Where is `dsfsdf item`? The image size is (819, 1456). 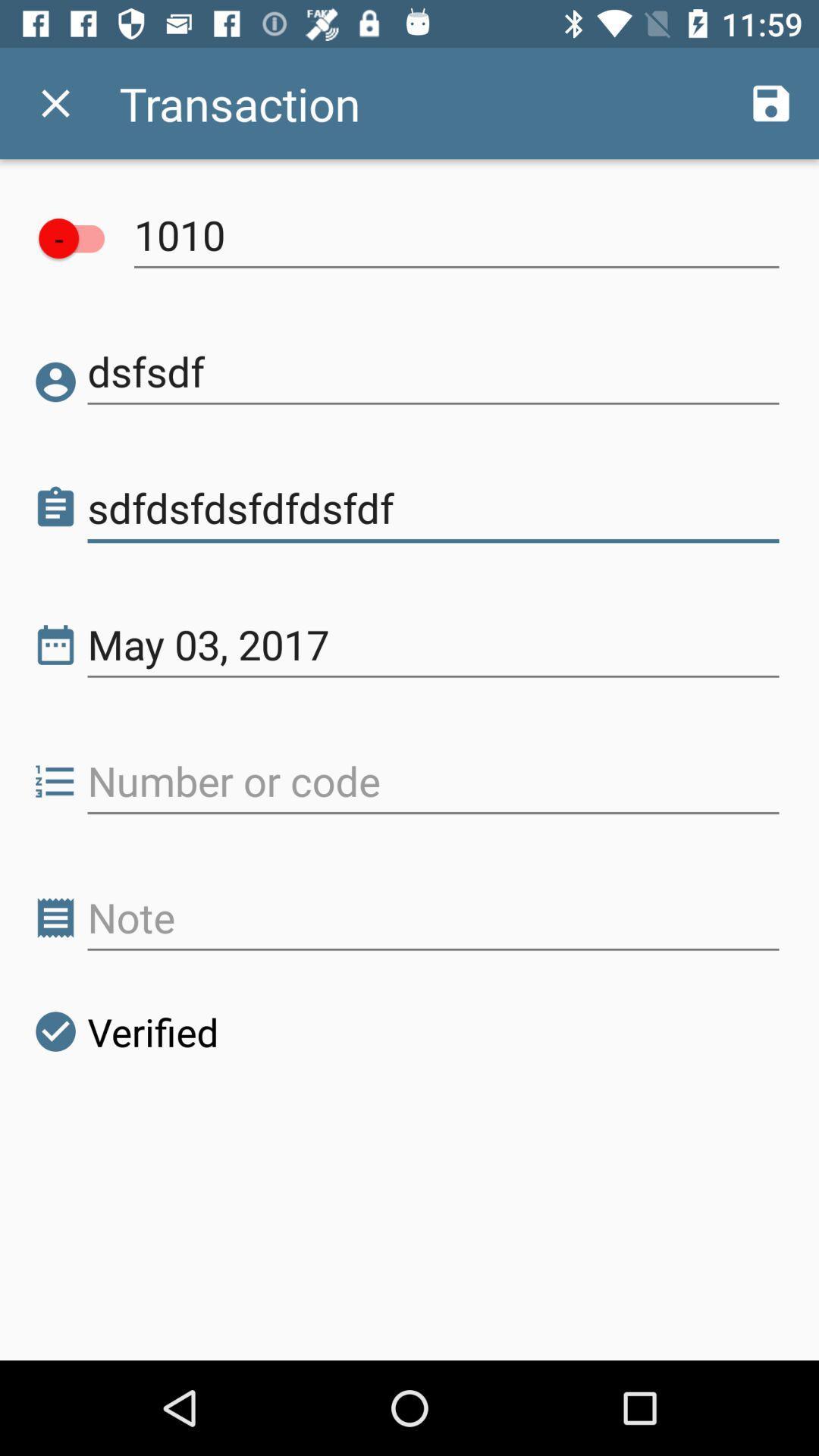 dsfsdf item is located at coordinates (433, 372).